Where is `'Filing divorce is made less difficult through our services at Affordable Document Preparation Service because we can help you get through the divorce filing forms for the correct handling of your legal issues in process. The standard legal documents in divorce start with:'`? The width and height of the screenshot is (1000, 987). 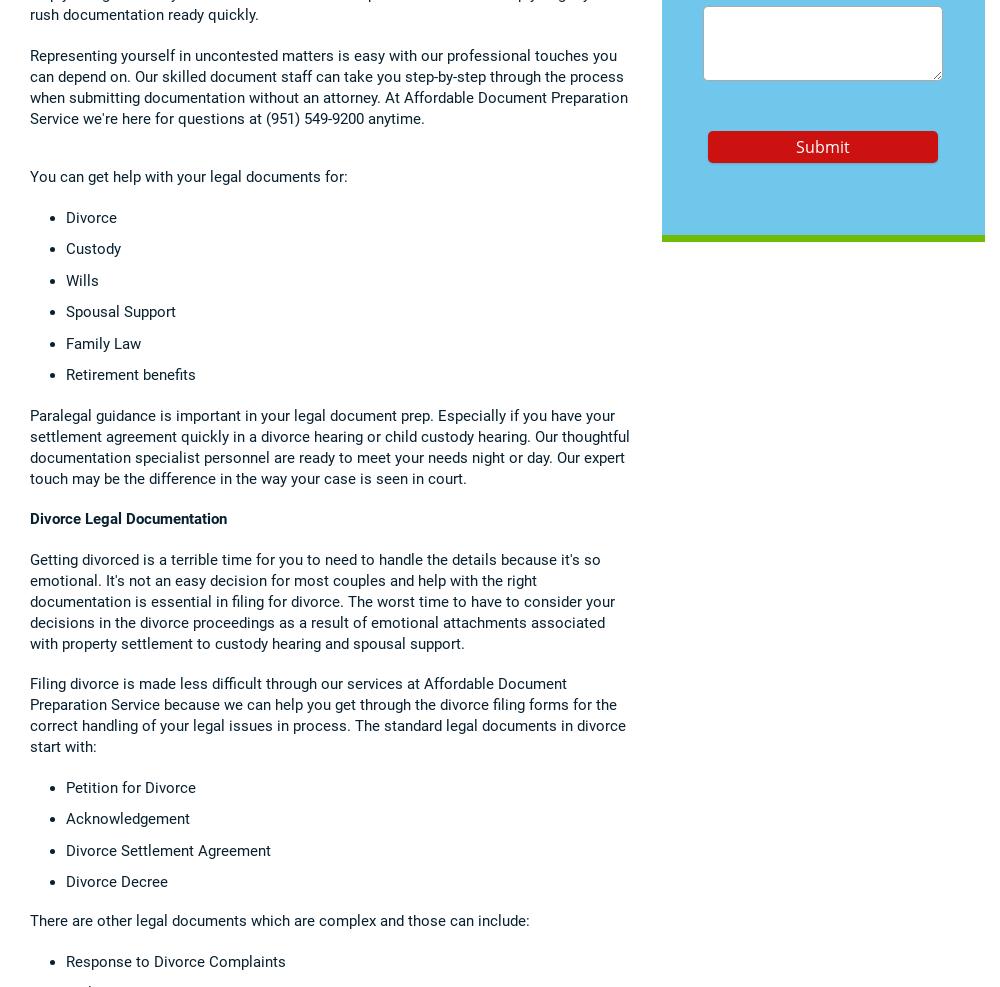
'Filing divorce is made less difficult through our services at Affordable Document Preparation Service because we can help you get through the divorce filing forms for the correct handling of your legal issues in process. The standard legal documents in divorce start with:' is located at coordinates (30, 714).